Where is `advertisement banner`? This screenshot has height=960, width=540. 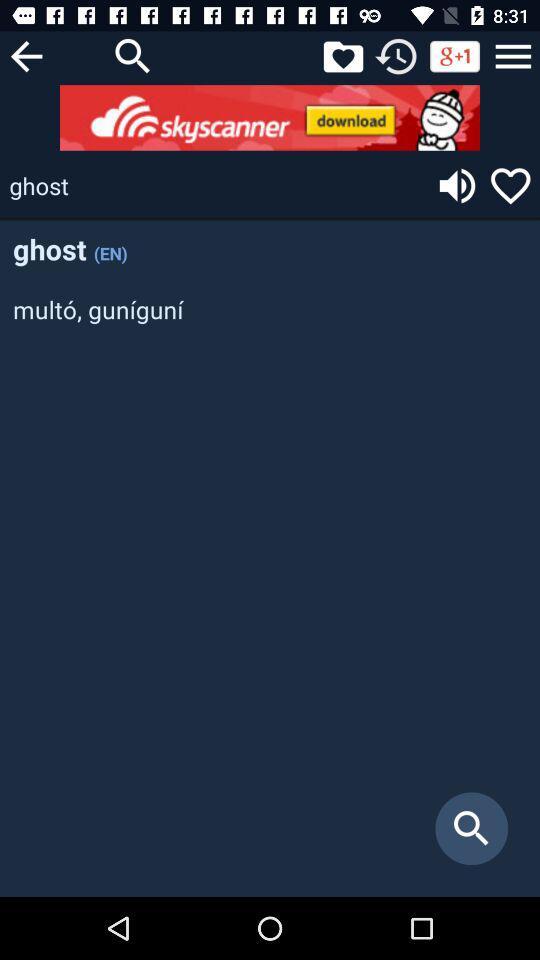 advertisement banner is located at coordinates (270, 117).